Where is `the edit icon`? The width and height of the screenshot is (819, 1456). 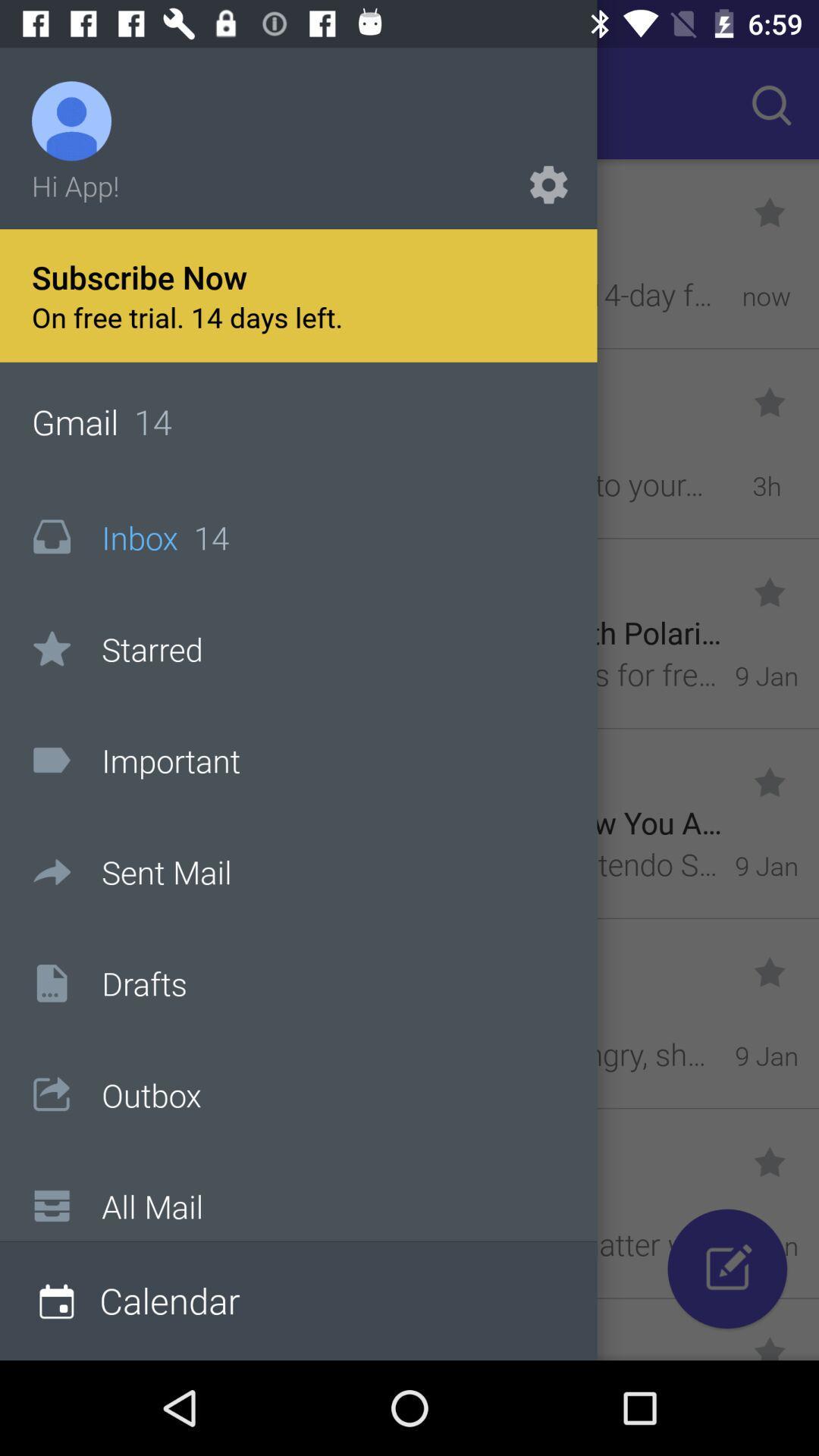
the edit icon is located at coordinates (726, 1269).